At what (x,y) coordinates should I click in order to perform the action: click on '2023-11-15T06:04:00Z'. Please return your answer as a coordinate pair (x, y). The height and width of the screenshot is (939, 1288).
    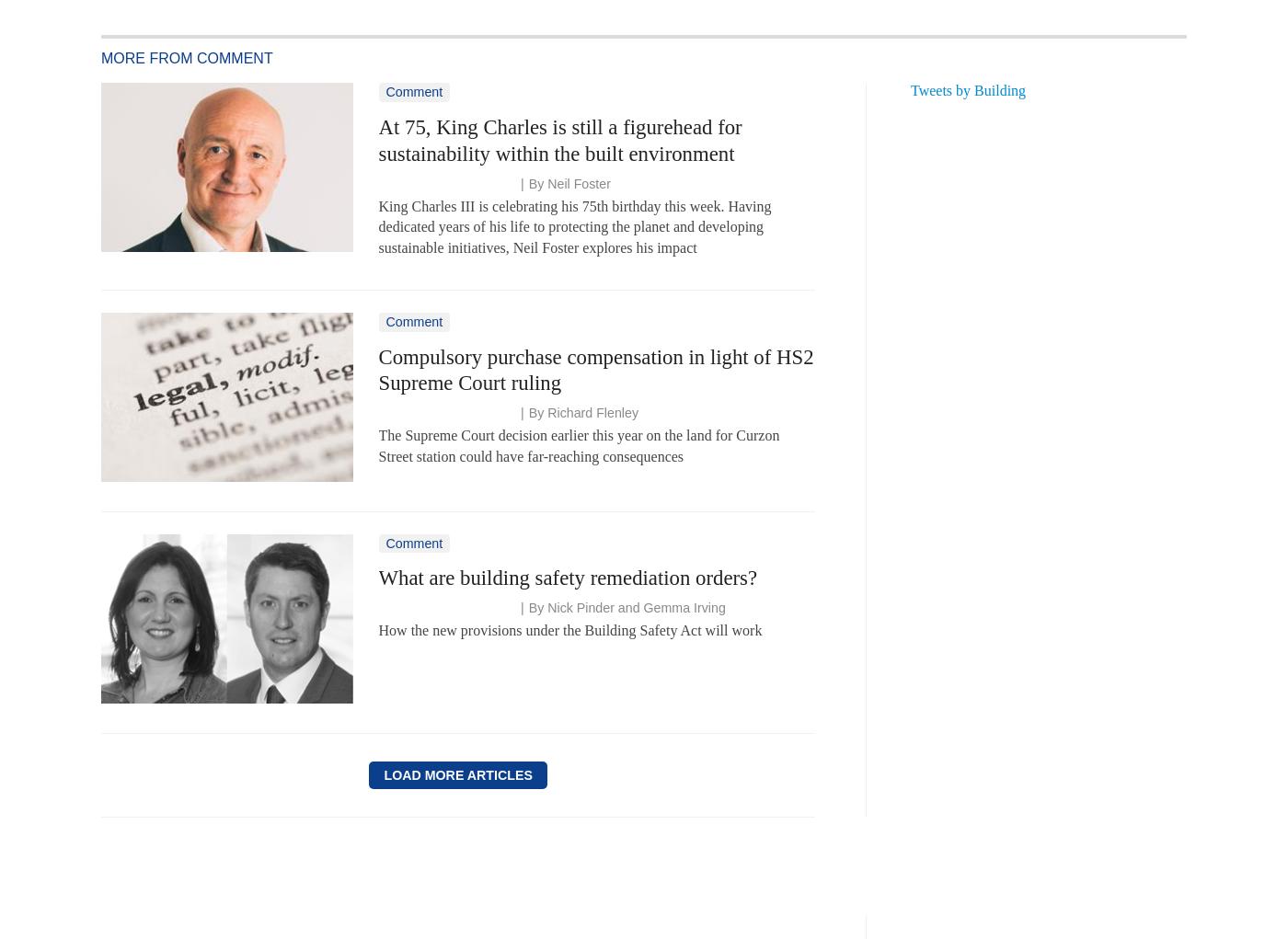
    Looking at the image, I should click on (443, 182).